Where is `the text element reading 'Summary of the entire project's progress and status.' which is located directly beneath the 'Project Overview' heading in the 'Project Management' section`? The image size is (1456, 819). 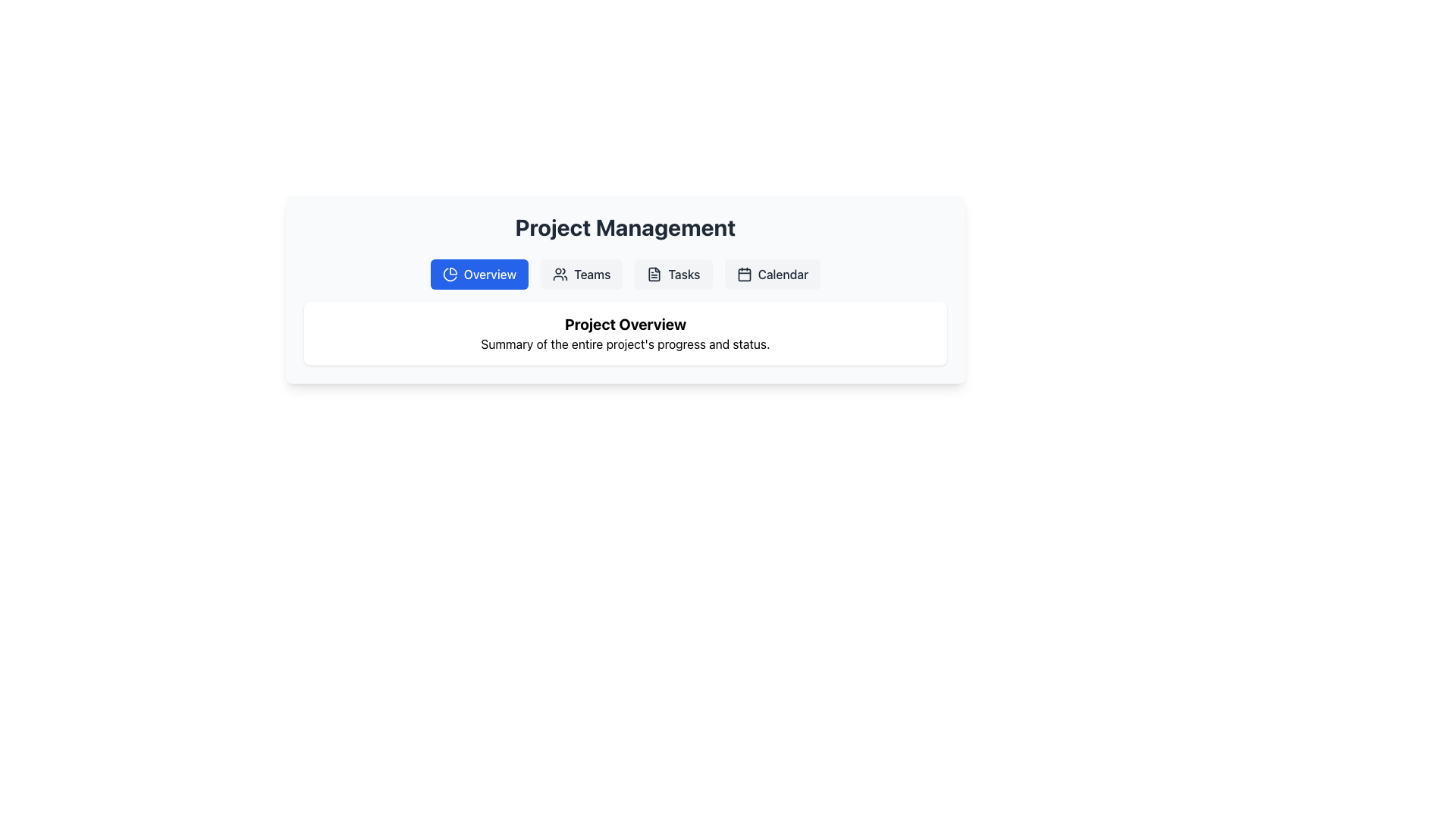
the text element reading 'Summary of the entire project's progress and status.' which is located directly beneath the 'Project Overview' heading in the 'Project Management' section is located at coordinates (626, 344).